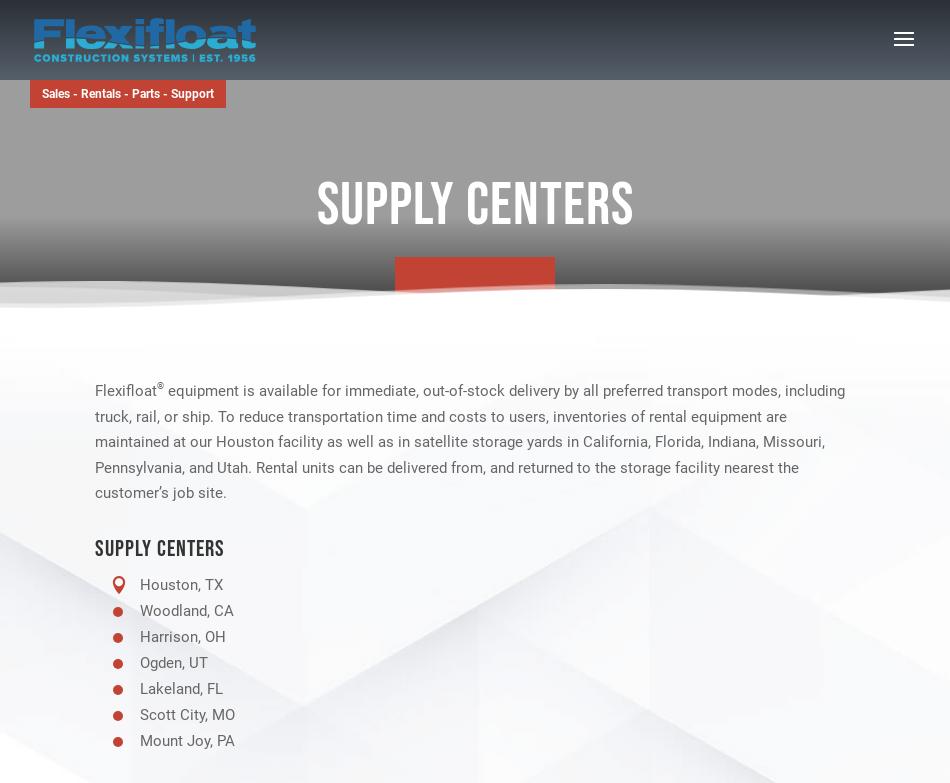 This screenshot has width=950, height=783. I want to click on 'Flexifloat', so click(125, 391).